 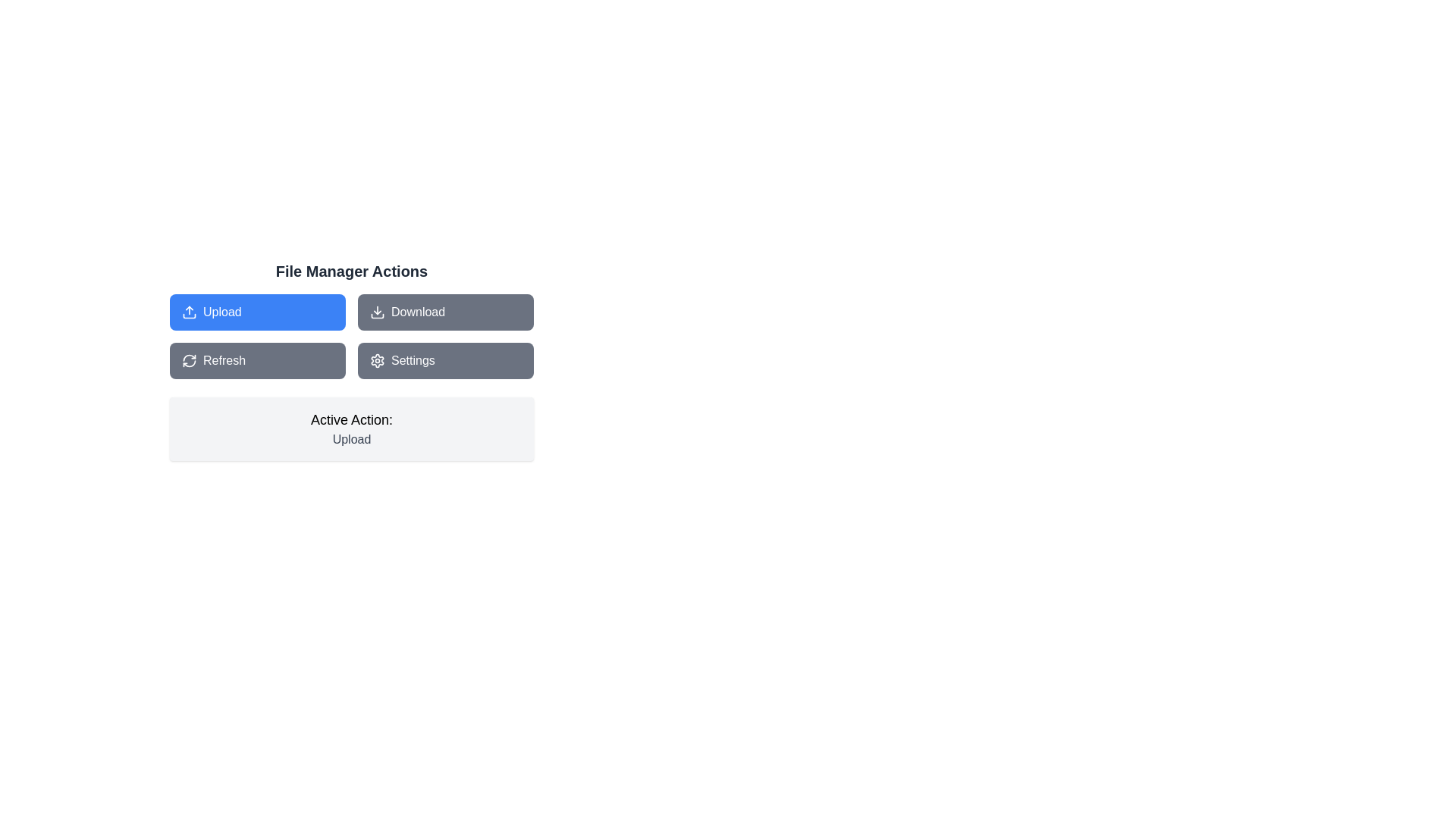 I want to click on the 'Download' text label, which is located within the second button of a 2x2 grid of buttons, featuring a white font on a grey background with rounded corners, so click(x=418, y=312).